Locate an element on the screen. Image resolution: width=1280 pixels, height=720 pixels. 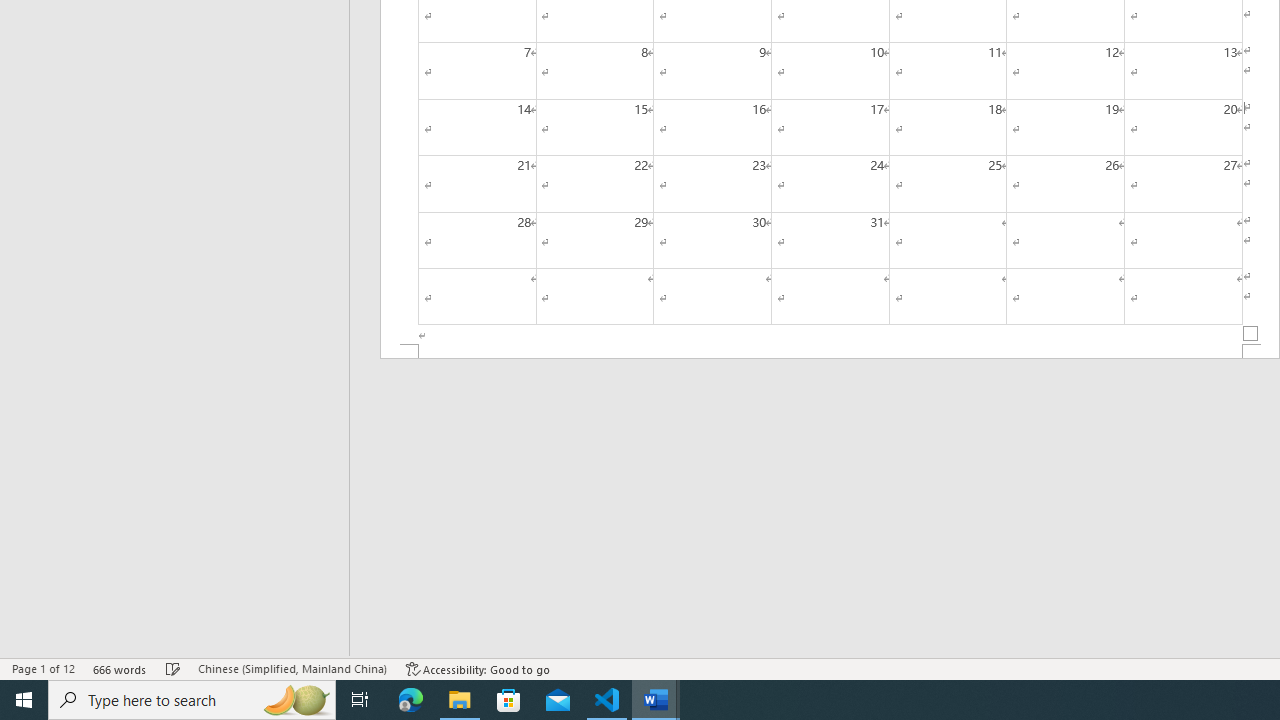
'Footer -Section 1-' is located at coordinates (830, 350).